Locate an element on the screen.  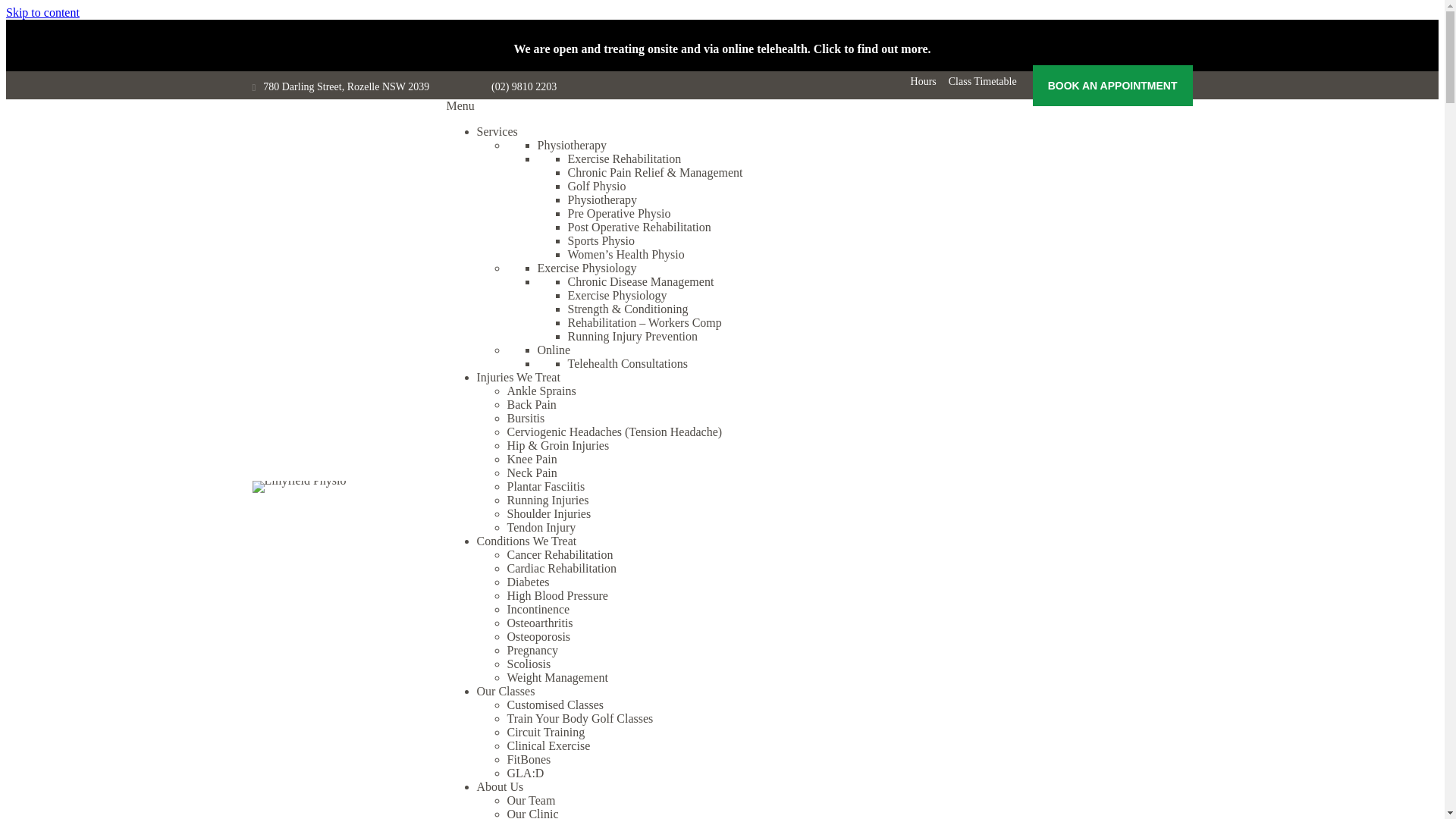
'Menu' is located at coordinates (459, 105).